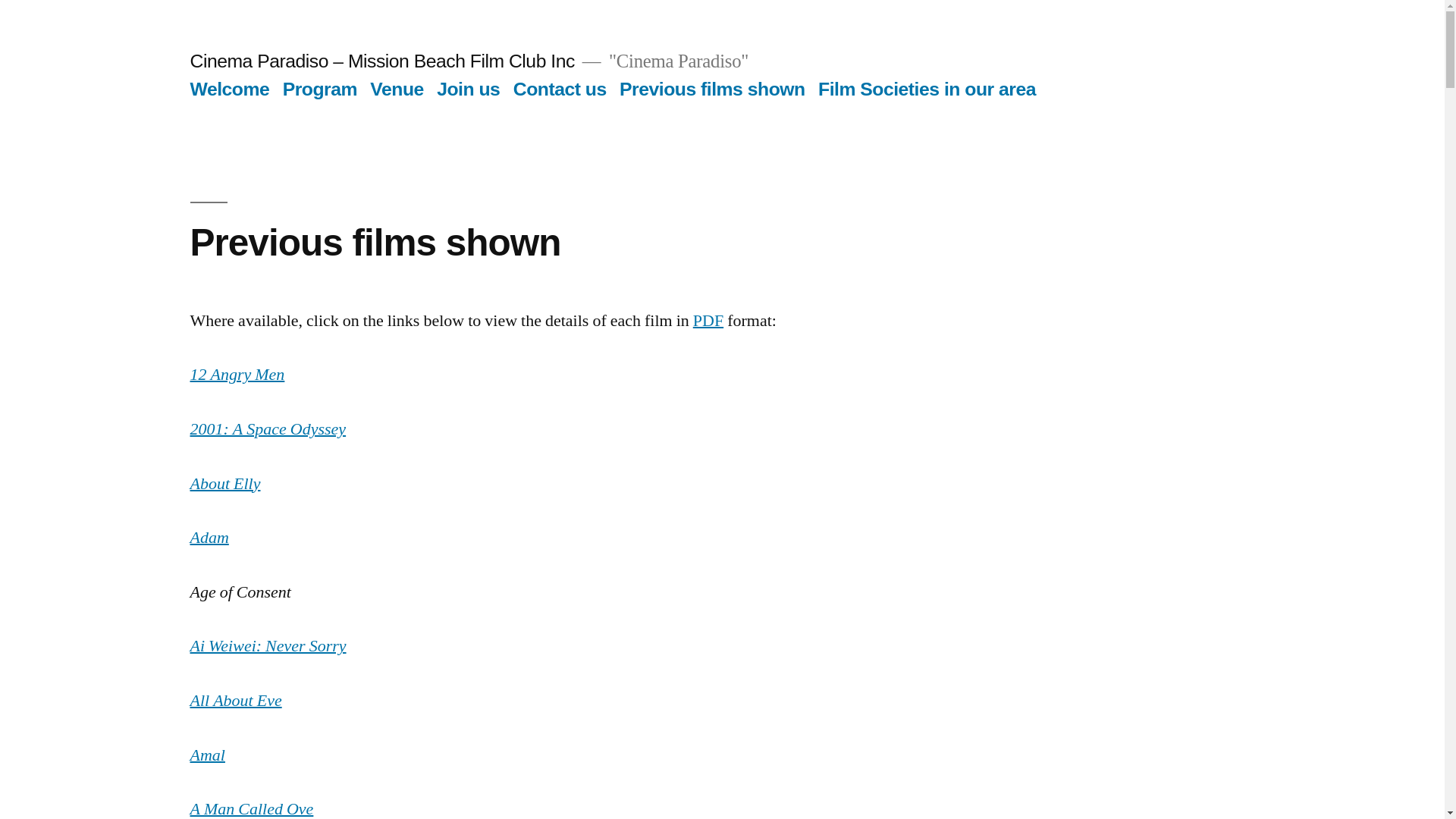 The width and height of the screenshot is (1456, 819). What do you see at coordinates (188, 646) in the screenshot?
I see `'Ai Weiwei: Never Sorry'` at bounding box center [188, 646].